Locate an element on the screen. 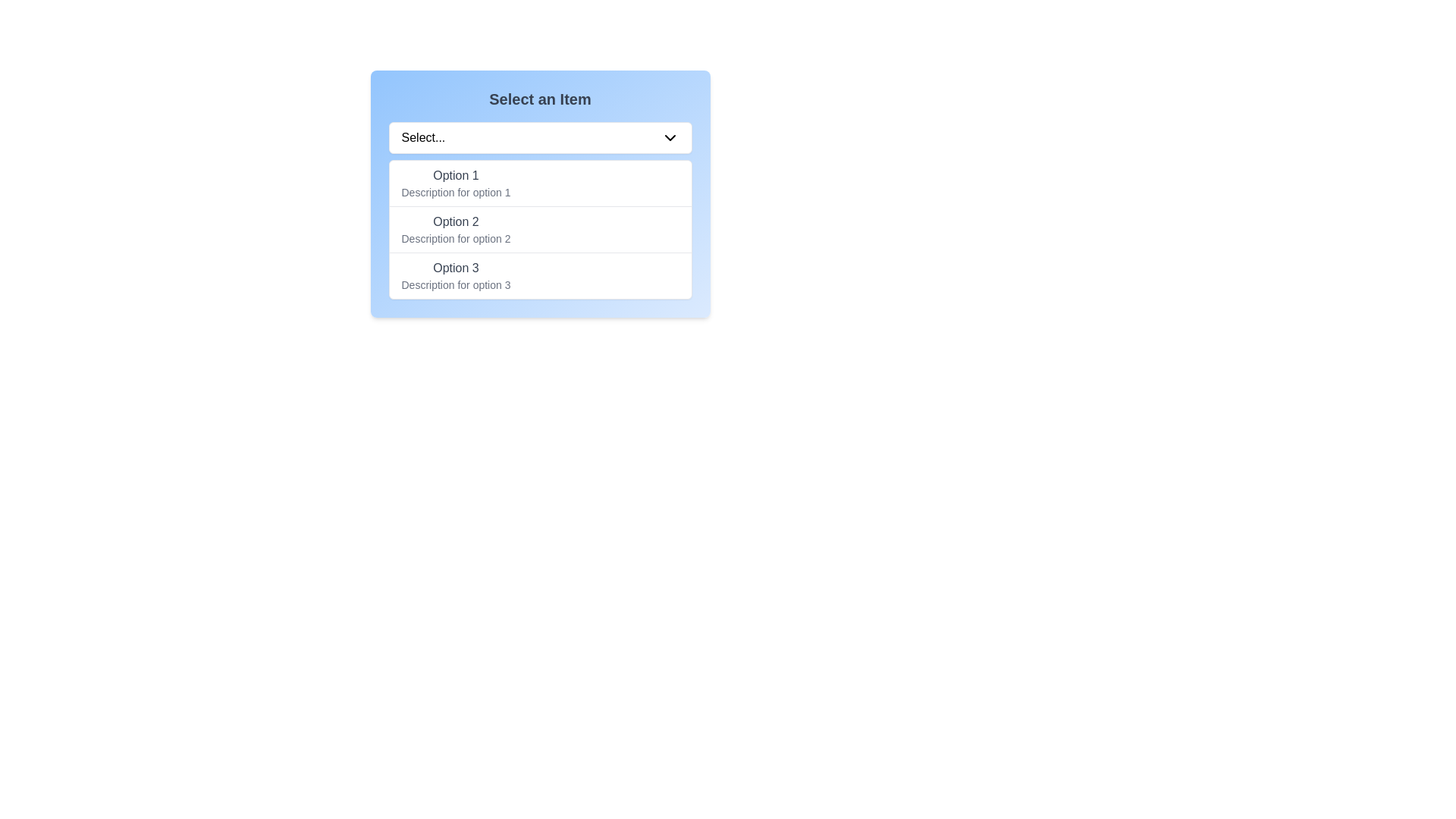  text from the 'Option 1' label, which is styled with a medium-weight font and gray color, located in the first option row of a dropdown-like interface is located at coordinates (455, 174).